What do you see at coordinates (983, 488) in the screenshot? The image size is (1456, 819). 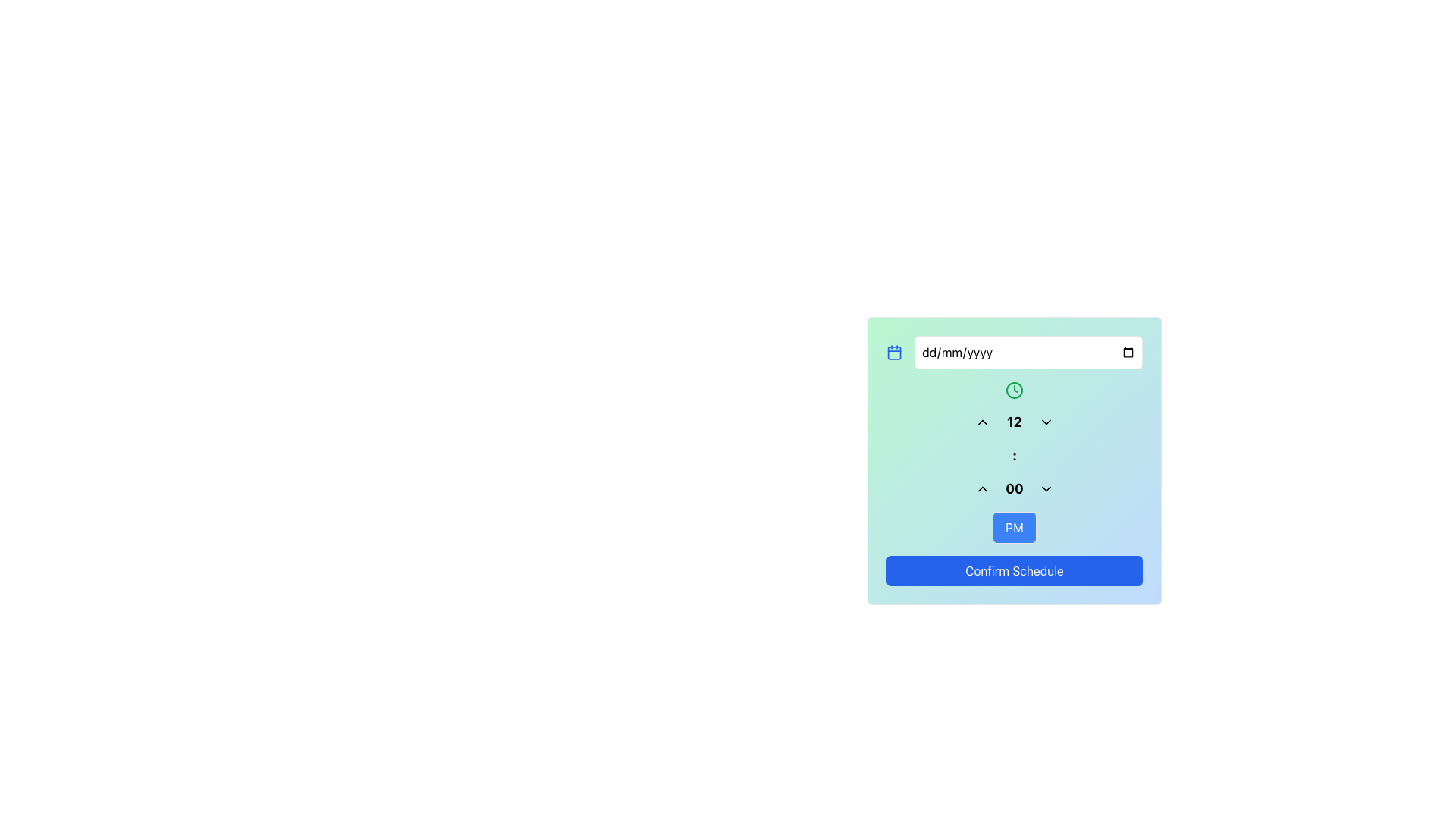 I see `the chevron-upward arrow icon button located to the left of the bold '00' text to increment a value` at bounding box center [983, 488].